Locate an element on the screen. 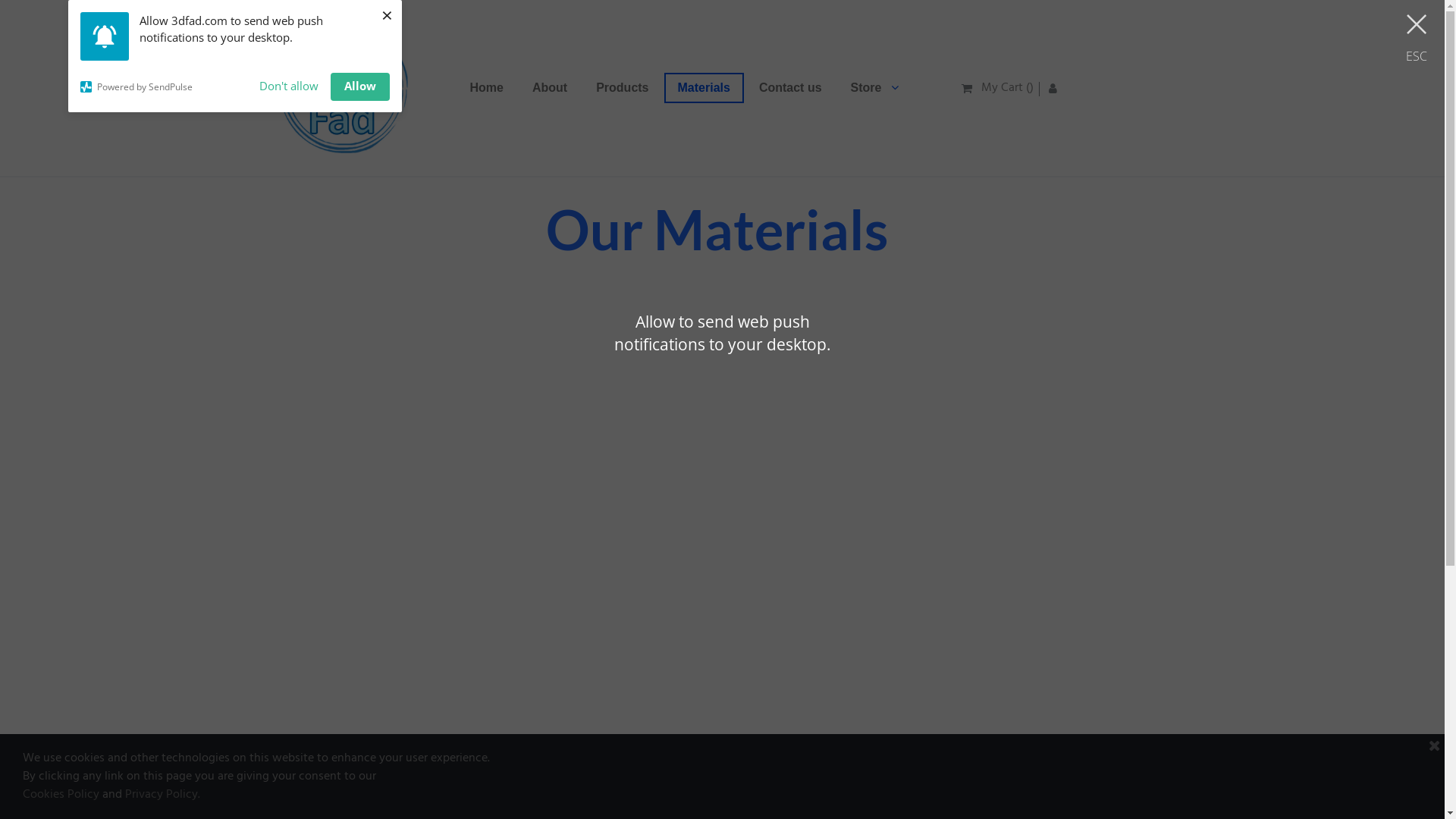 This screenshot has height=819, width=1456. 'Home' is located at coordinates (487, 87).